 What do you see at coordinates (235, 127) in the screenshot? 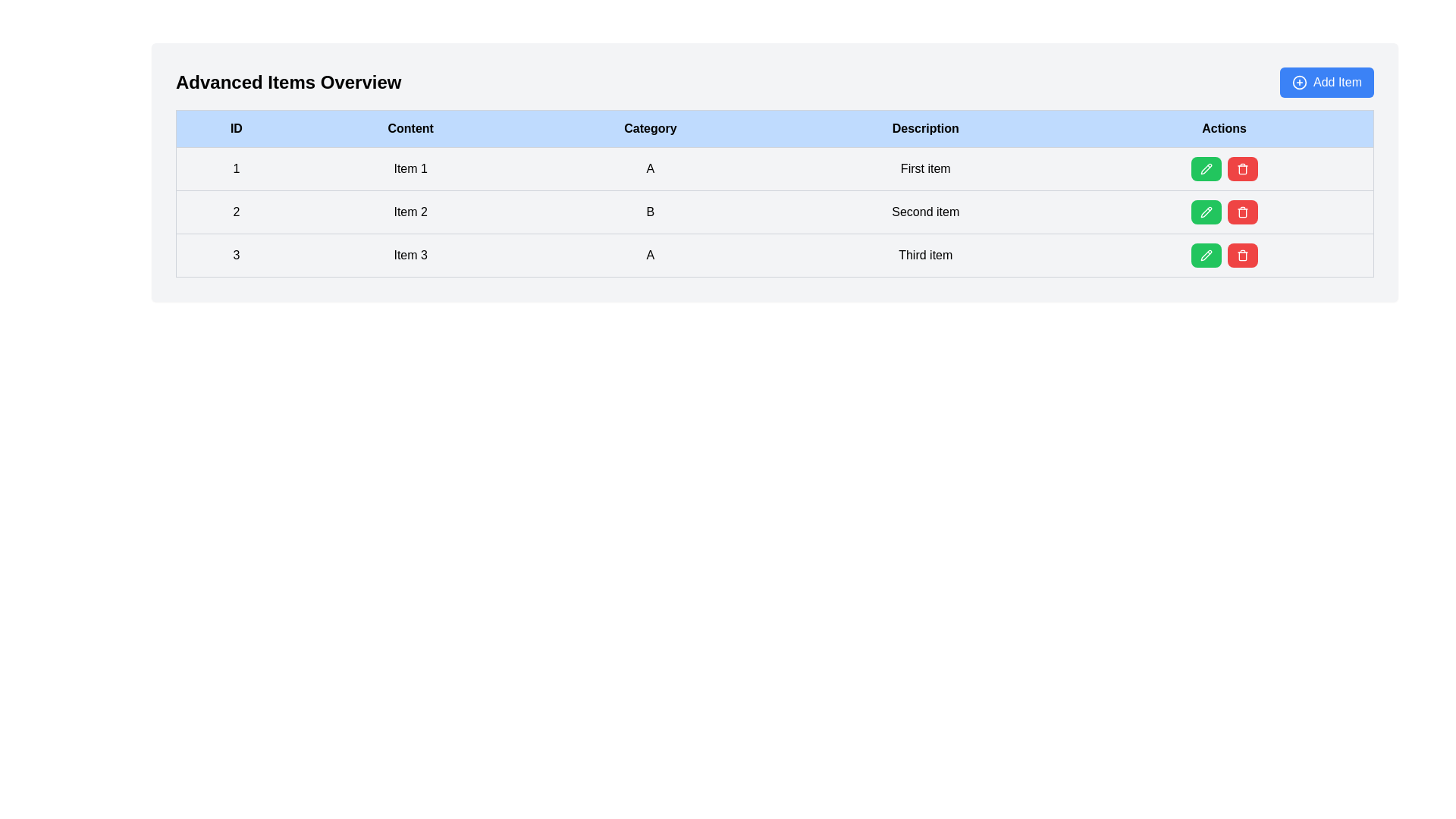
I see `the first header cell of the table that labels the column containing the IDs of items, located at the top-left of the table row` at bounding box center [235, 127].